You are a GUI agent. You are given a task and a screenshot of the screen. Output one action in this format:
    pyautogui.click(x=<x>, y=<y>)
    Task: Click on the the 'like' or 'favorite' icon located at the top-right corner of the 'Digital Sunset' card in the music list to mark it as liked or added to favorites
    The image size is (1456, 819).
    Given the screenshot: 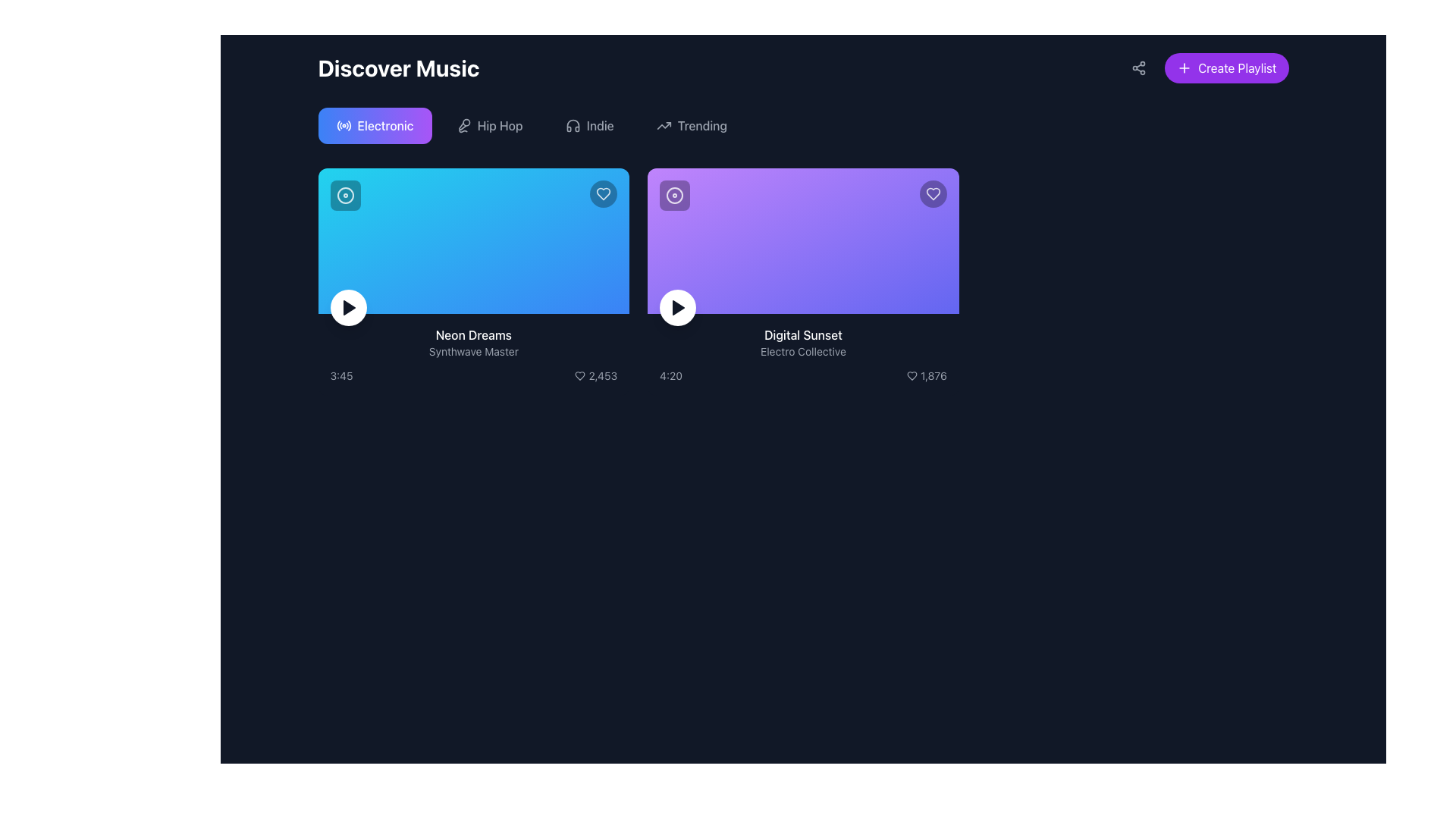 What is the action you would take?
    pyautogui.click(x=932, y=193)
    